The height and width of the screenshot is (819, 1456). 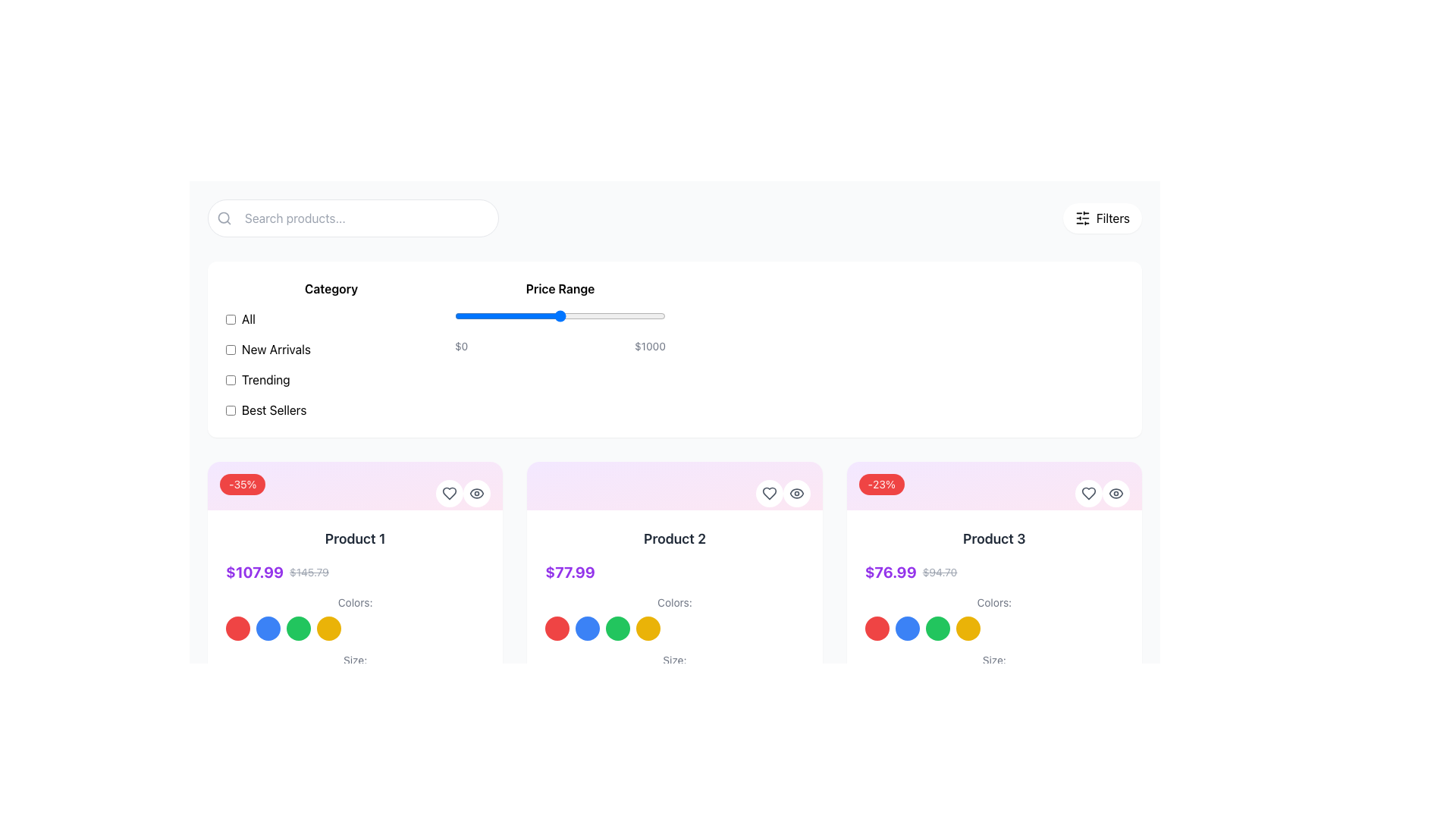 What do you see at coordinates (328, 629) in the screenshot?
I see `the fourth circular button representing the yellow color option for 'Product 1' located at the bottom of the 'Product 1' card` at bounding box center [328, 629].